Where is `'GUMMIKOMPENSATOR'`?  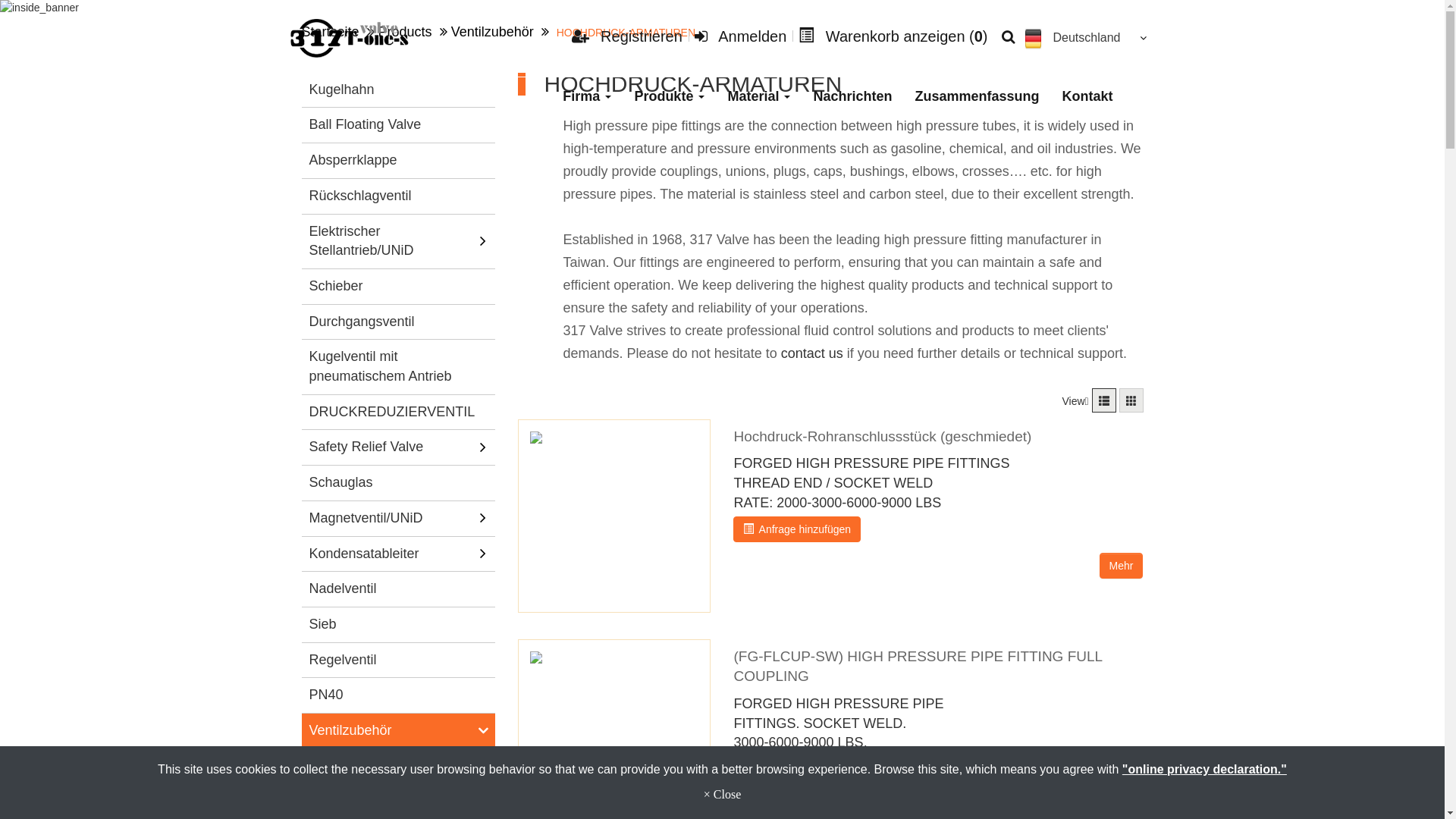 'GUMMIKOMPENSATOR' is located at coordinates (403, 766).